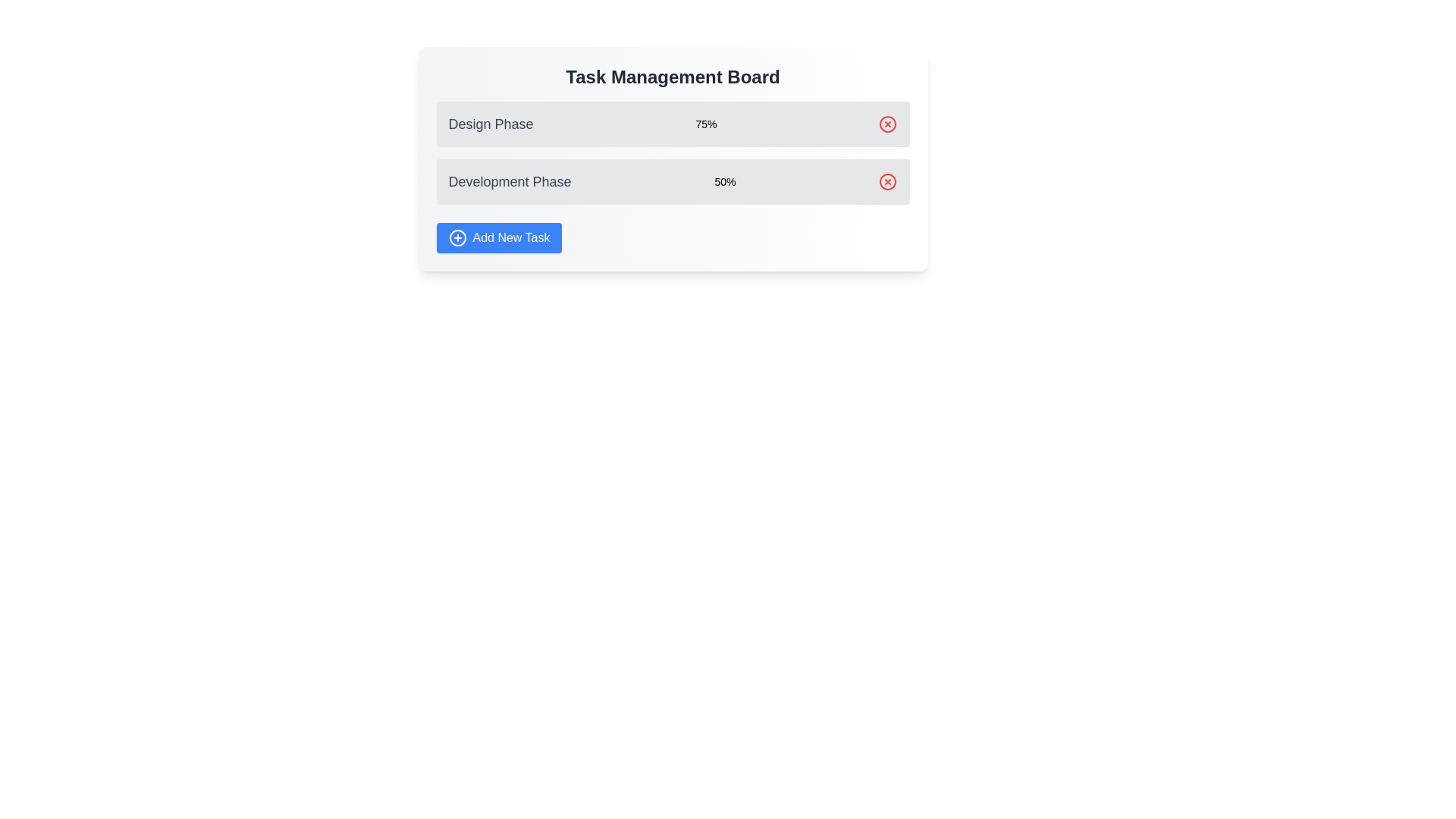 Image resolution: width=1456 pixels, height=819 pixels. I want to click on the rectangular blue button labeled 'Add New Task' located below the 'Development Phase' section to trigger tooltip or visual feedback, so click(499, 237).